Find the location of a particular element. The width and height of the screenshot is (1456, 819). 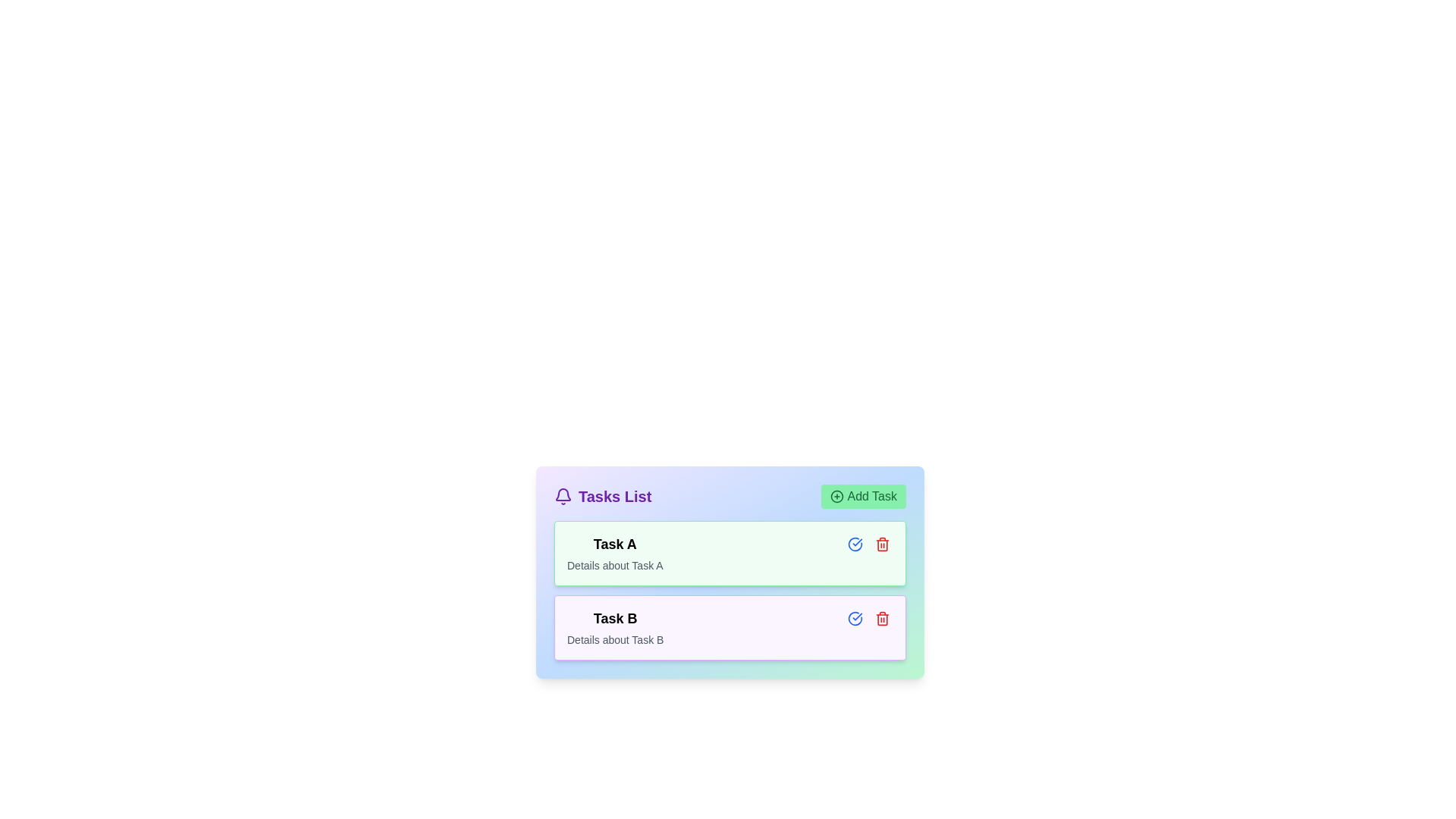

the Trash Bin icon is located at coordinates (882, 543).